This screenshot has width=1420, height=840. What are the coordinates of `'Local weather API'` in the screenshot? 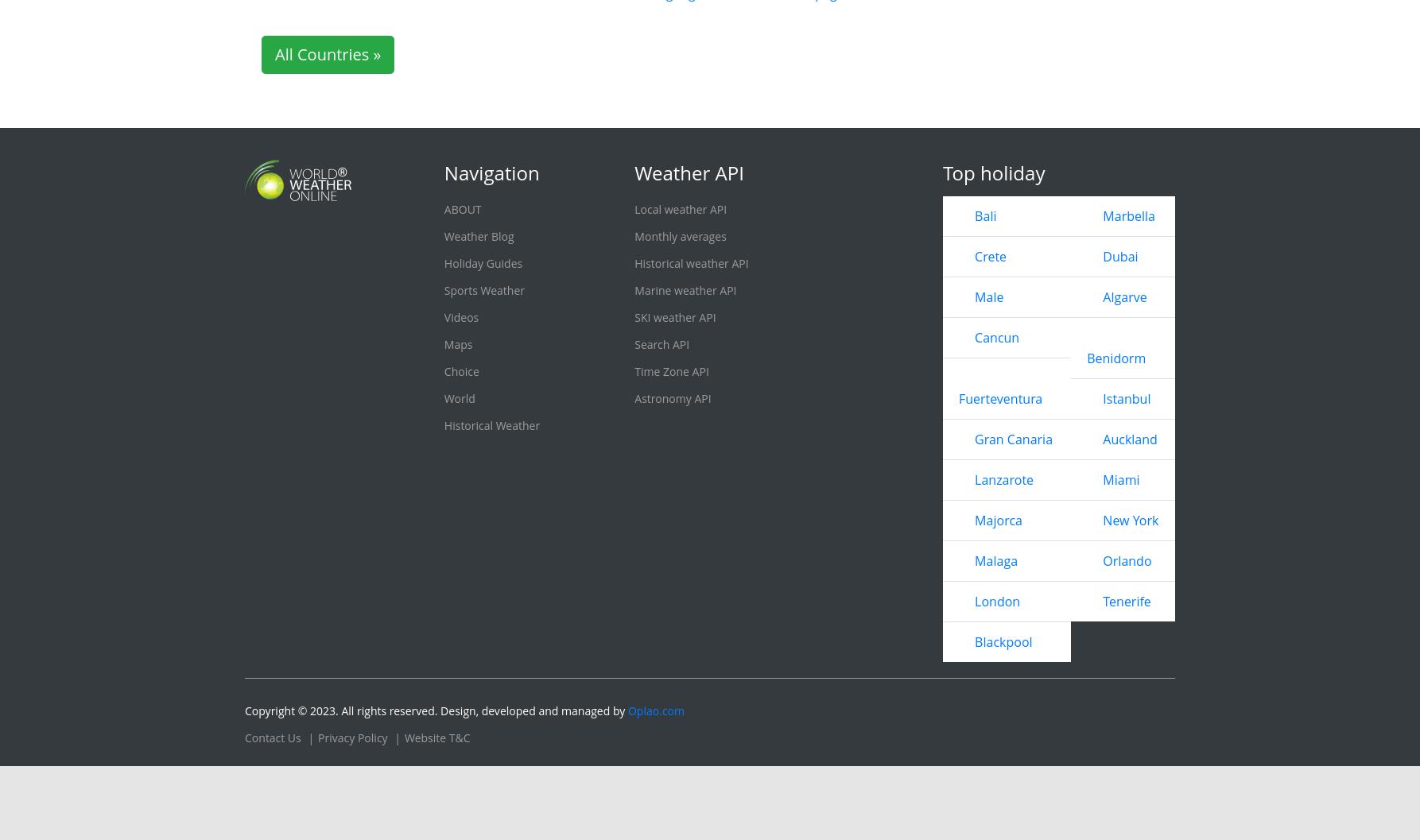 It's located at (680, 443).